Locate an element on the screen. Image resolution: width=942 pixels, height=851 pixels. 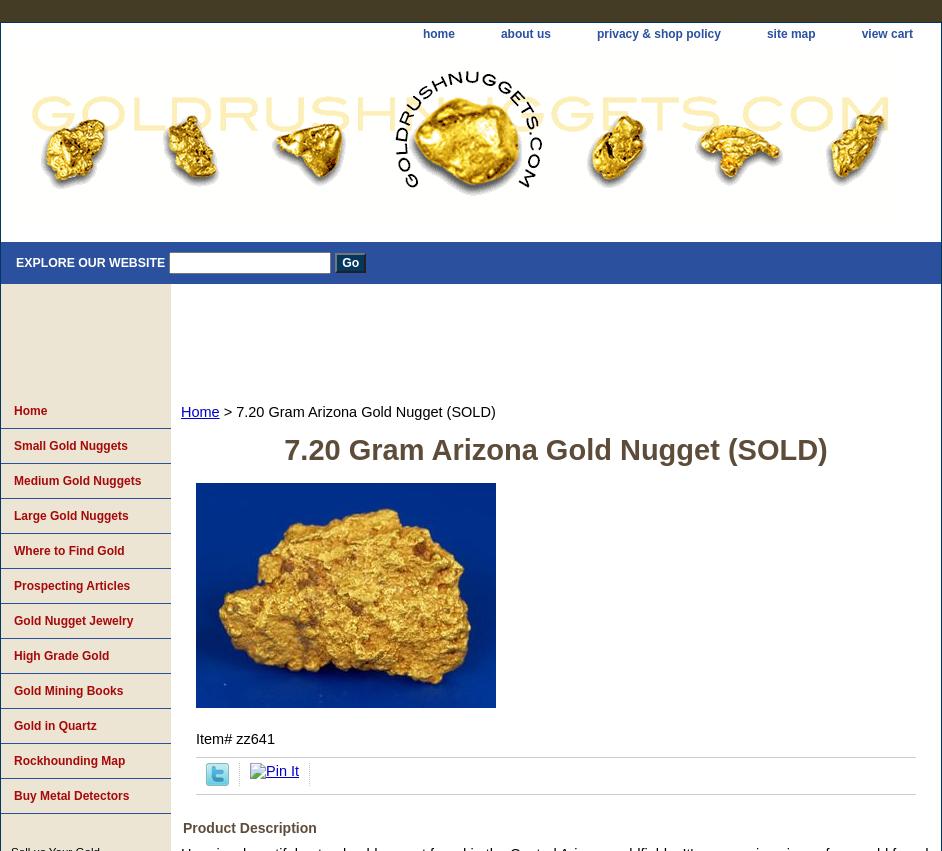
'site map' is located at coordinates (790, 33).